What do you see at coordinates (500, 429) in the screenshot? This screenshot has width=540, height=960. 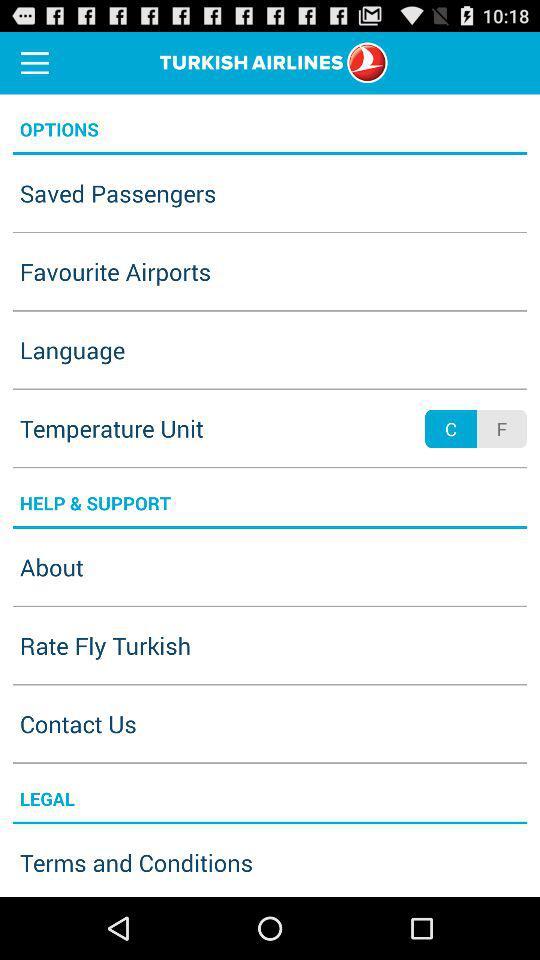 I see `the app to the right of c icon` at bounding box center [500, 429].